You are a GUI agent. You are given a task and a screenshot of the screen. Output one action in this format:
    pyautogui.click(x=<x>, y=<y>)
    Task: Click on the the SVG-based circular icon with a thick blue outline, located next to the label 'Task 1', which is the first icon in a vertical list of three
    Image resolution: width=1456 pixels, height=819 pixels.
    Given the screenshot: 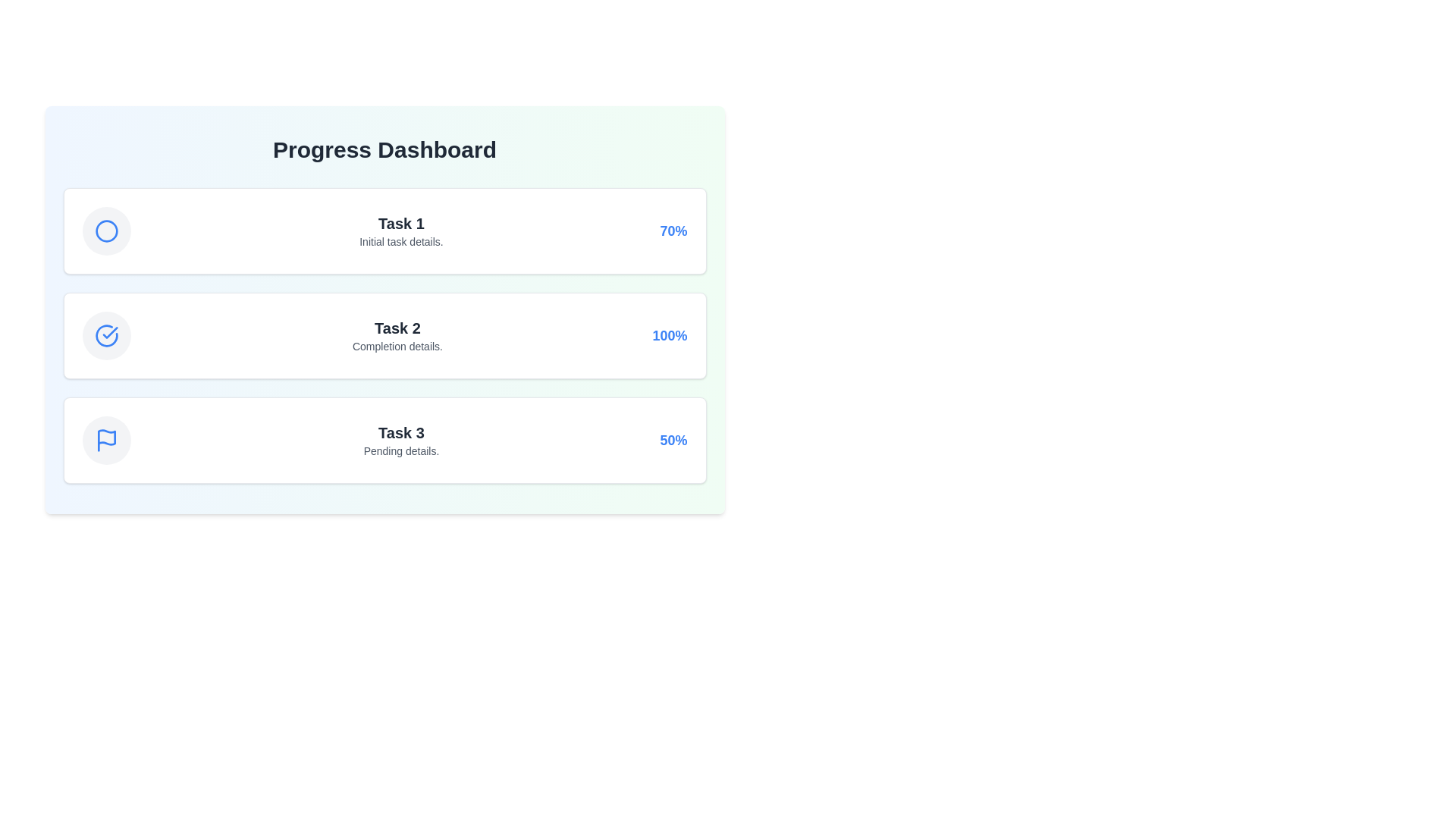 What is the action you would take?
    pyautogui.click(x=105, y=231)
    